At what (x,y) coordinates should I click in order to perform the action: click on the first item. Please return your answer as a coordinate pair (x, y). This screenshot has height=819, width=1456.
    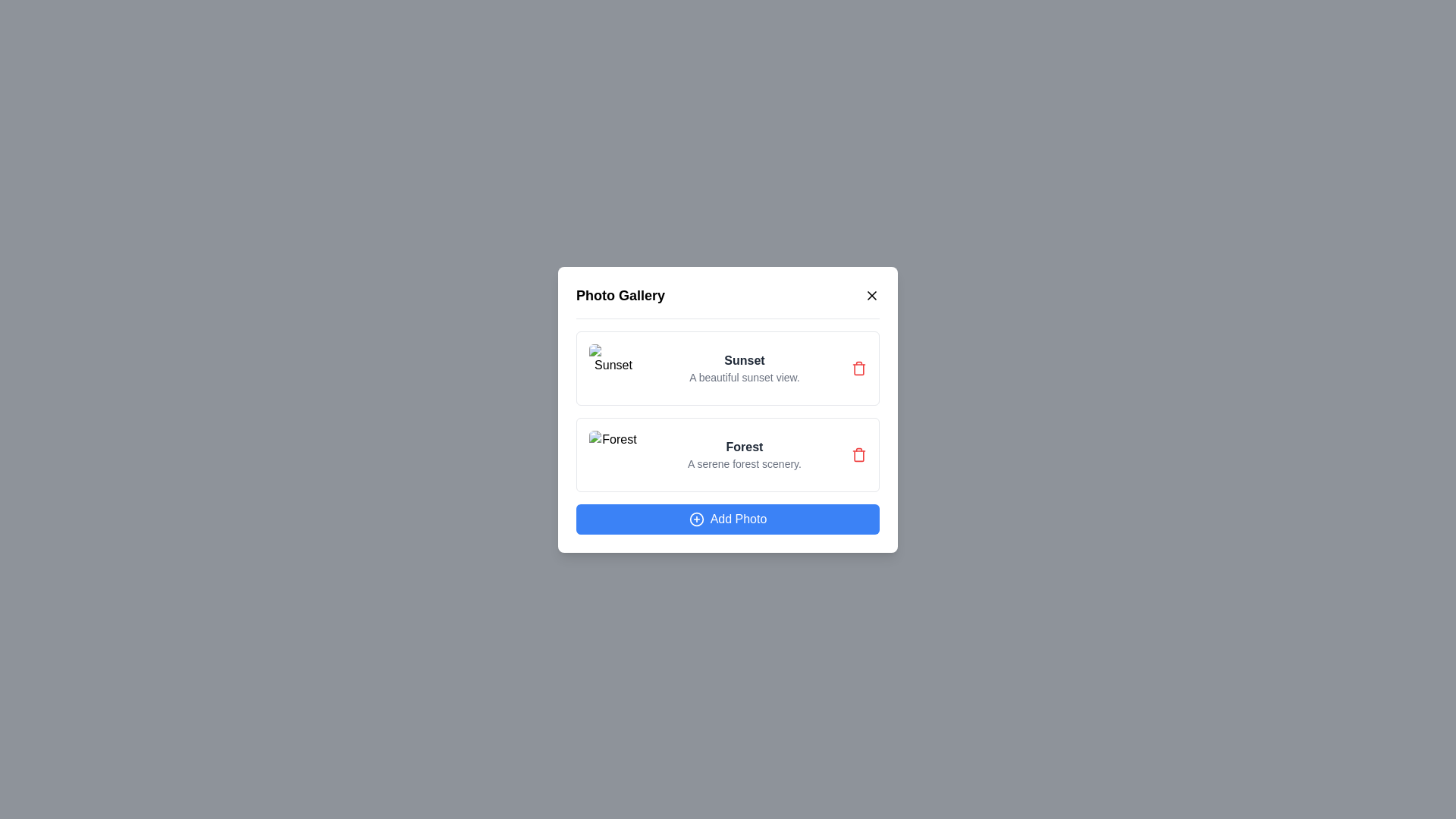
    Looking at the image, I should click on (728, 368).